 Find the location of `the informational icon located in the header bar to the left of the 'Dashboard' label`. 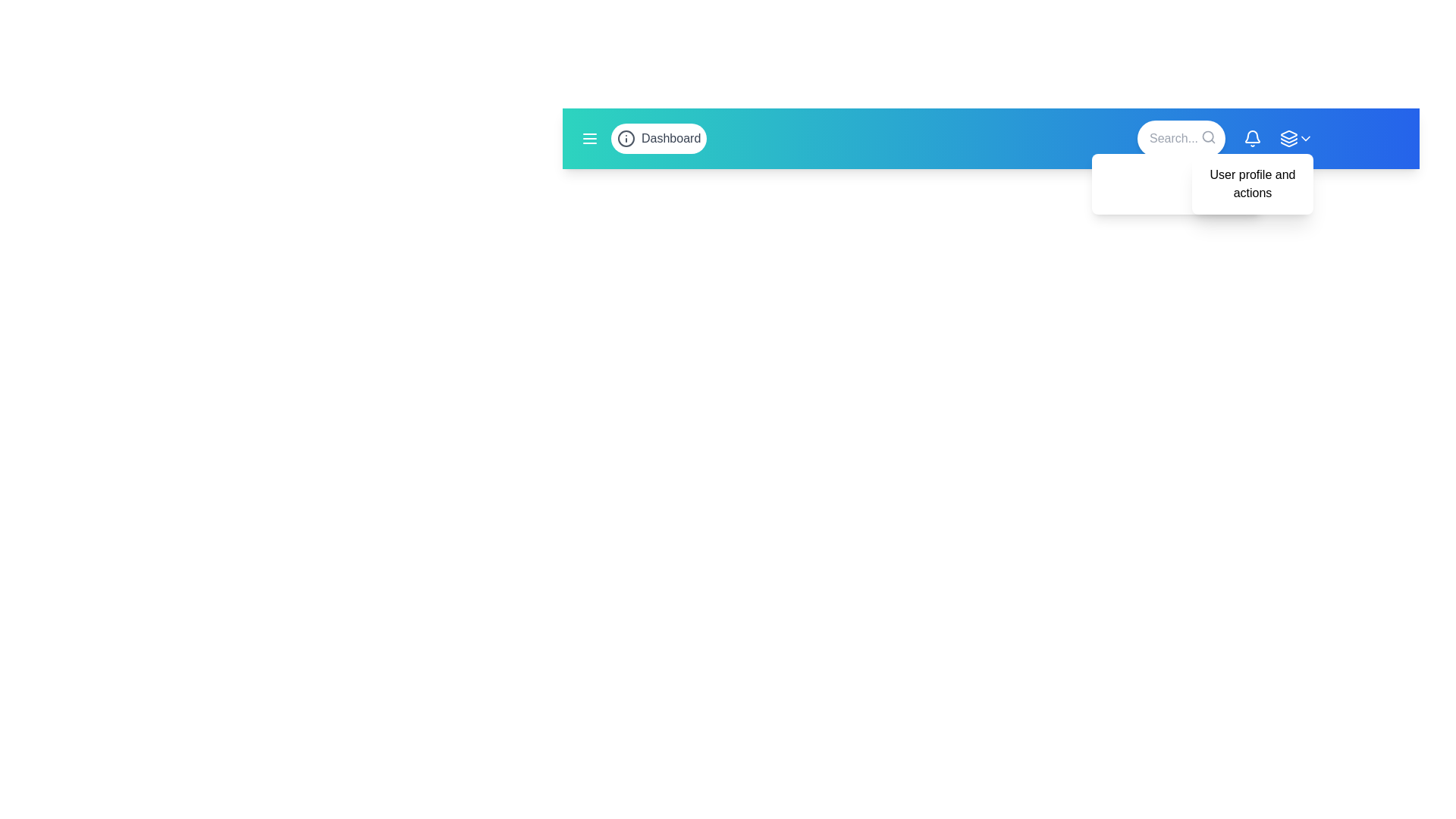

the informational icon located in the header bar to the left of the 'Dashboard' label is located at coordinates (626, 138).